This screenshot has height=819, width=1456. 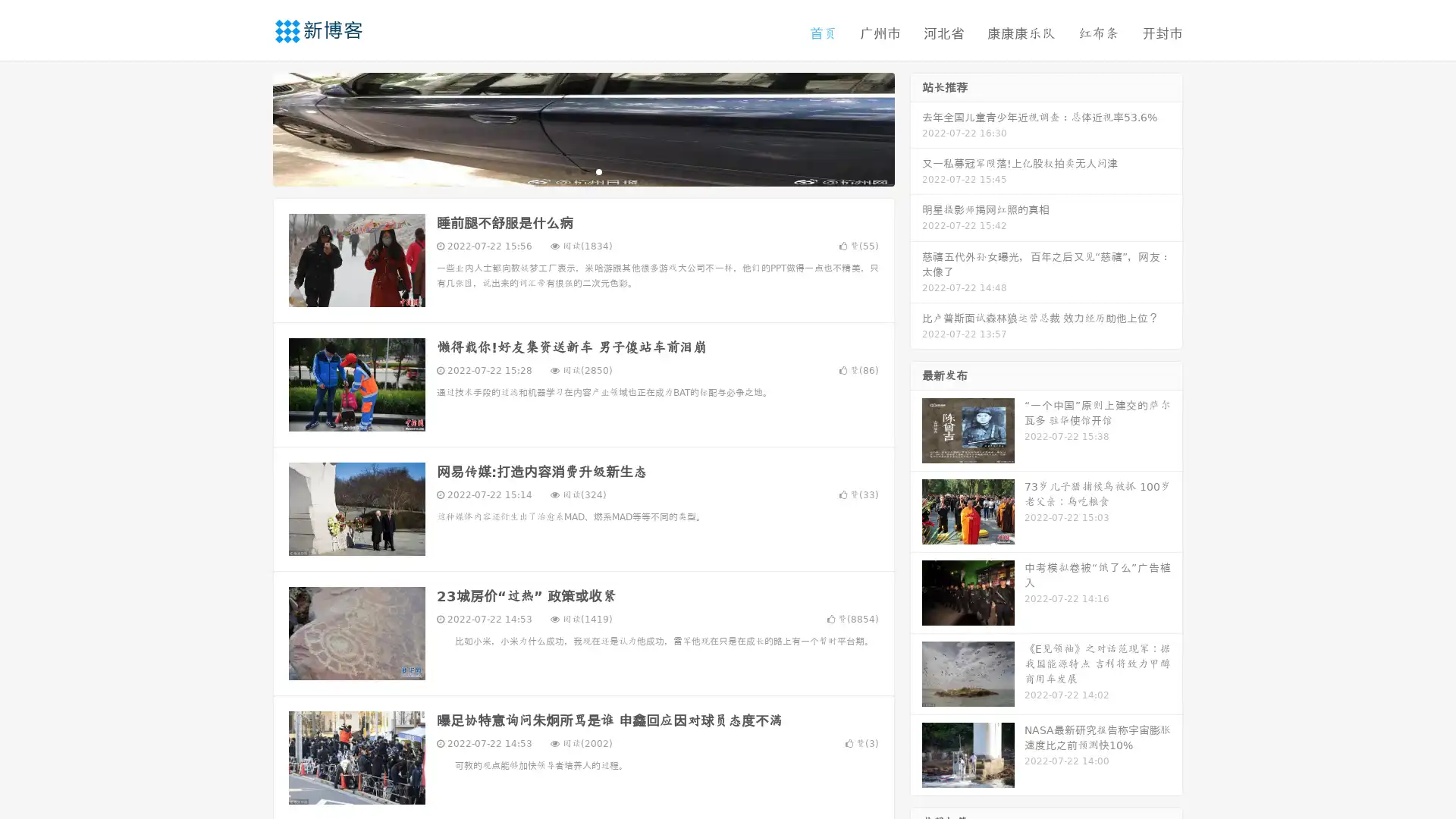 What do you see at coordinates (250, 127) in the screenshot?
I see `Previous slide` at bounding box center [250, 127].